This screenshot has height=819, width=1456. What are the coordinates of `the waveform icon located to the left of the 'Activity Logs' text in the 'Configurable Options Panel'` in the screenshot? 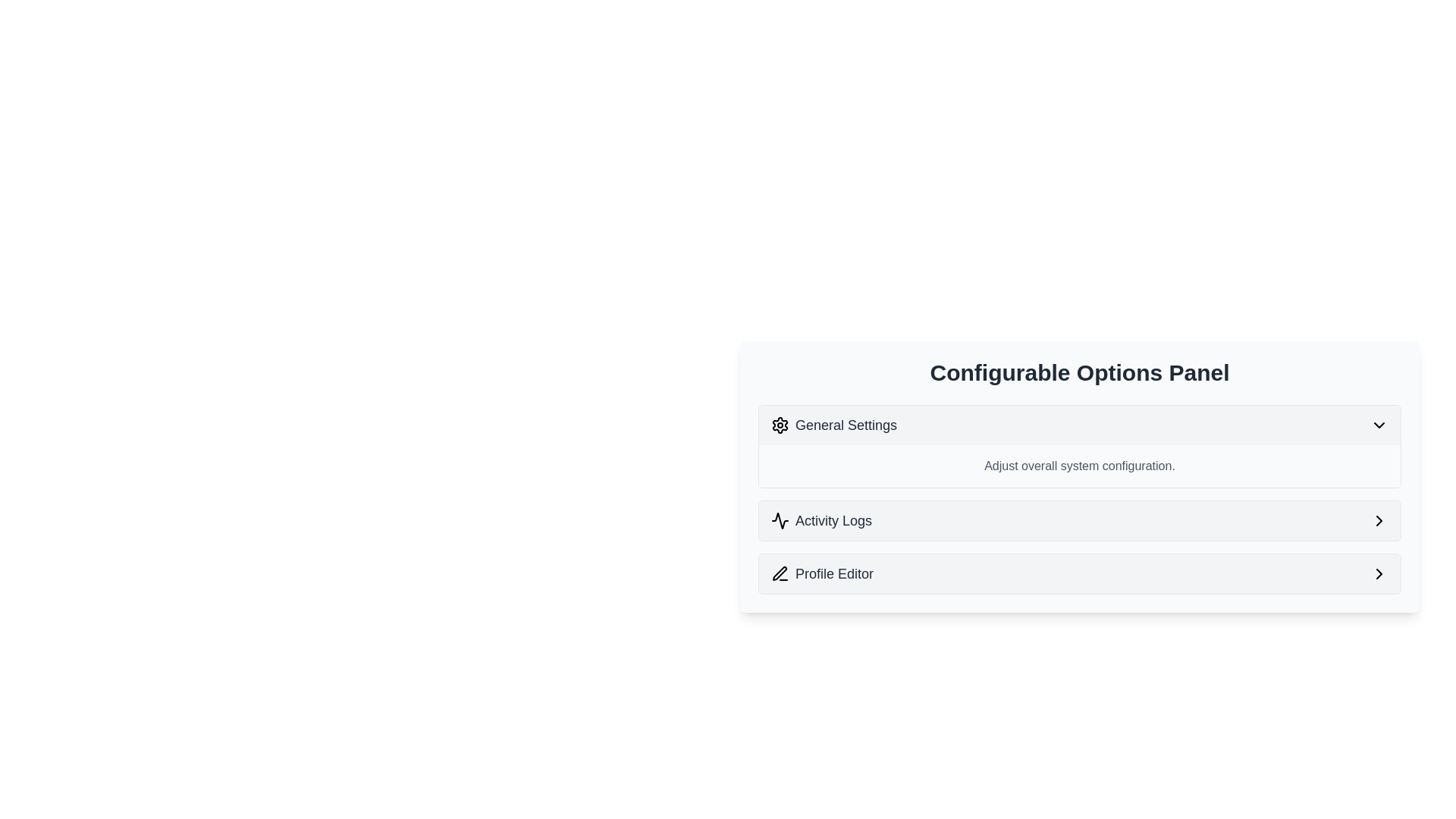 It's located at (780, 519).